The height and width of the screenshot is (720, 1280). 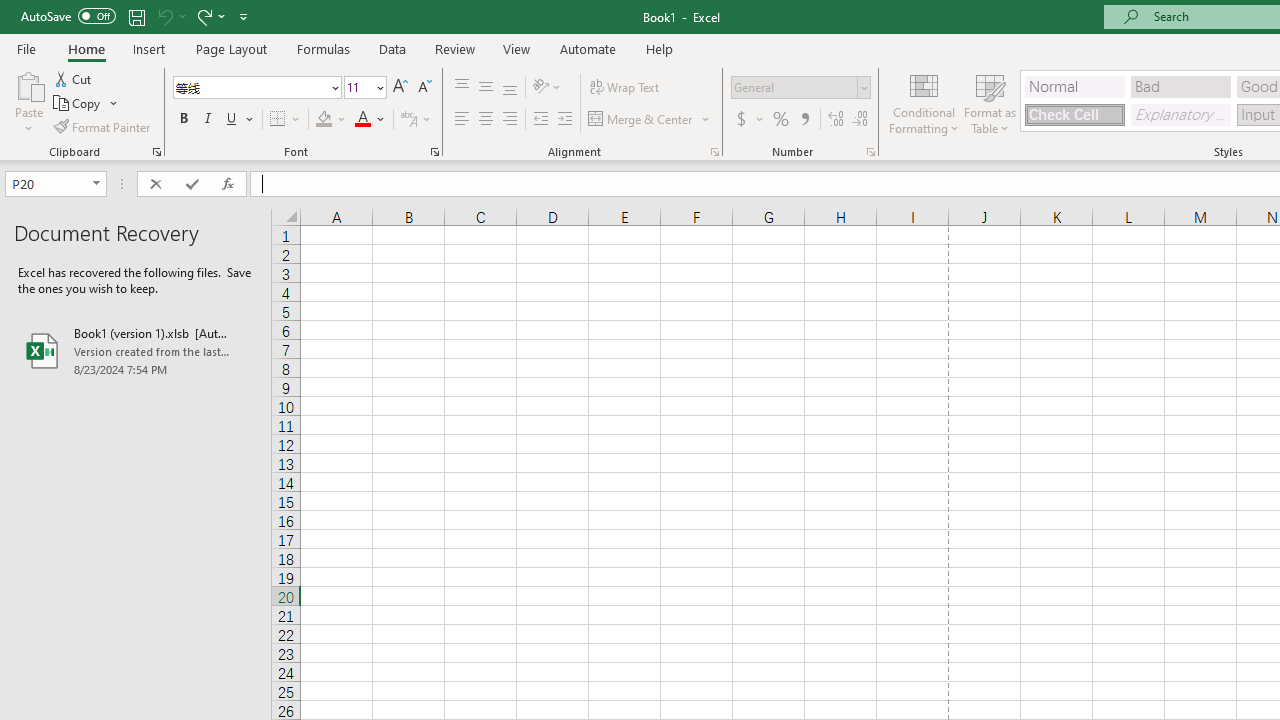 I want to click on 'Decrease Font Size', so click(x=423, y=86).